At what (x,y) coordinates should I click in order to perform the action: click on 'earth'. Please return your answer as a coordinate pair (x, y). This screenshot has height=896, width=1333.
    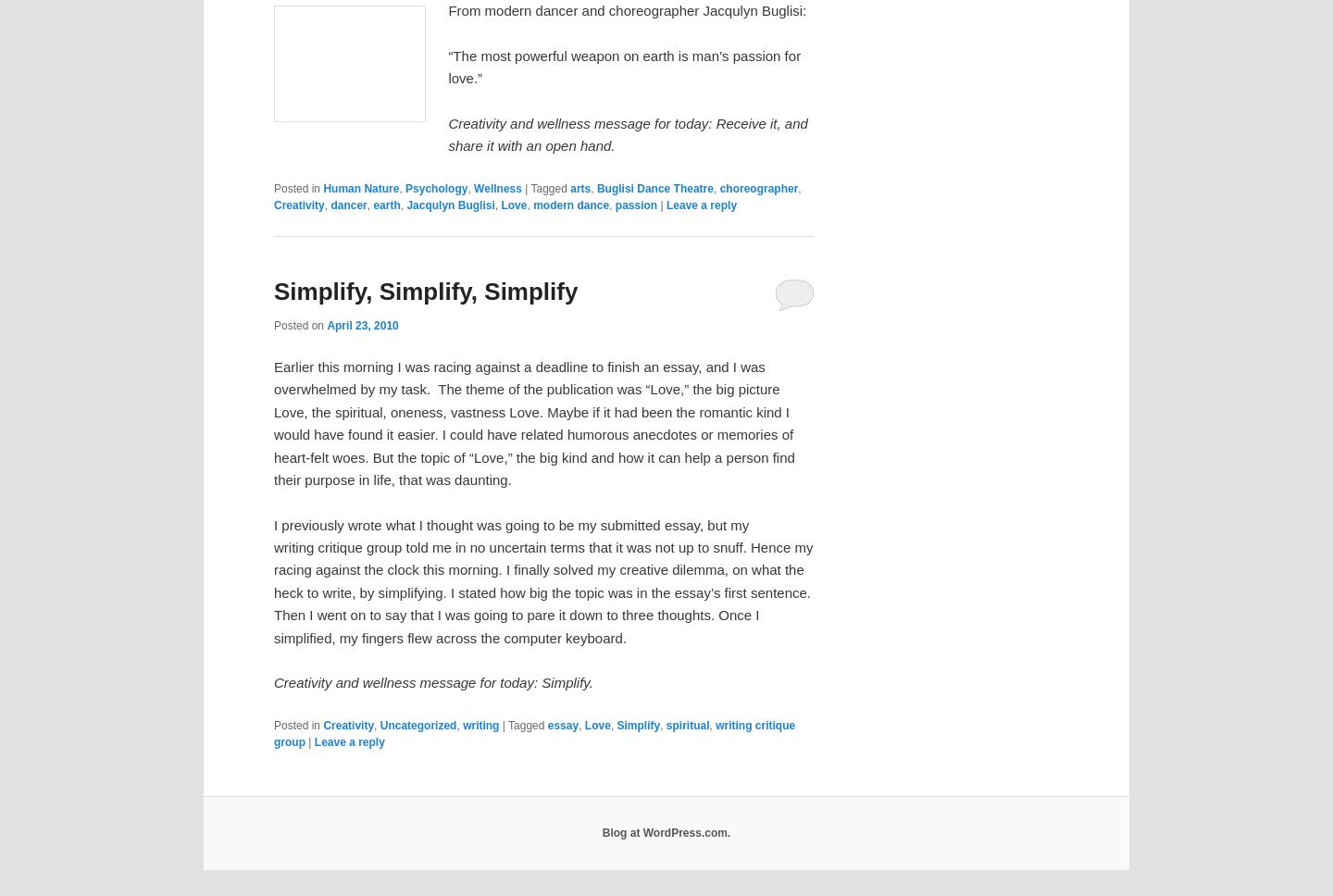
    Looking at the image, I should click on (385, 204).